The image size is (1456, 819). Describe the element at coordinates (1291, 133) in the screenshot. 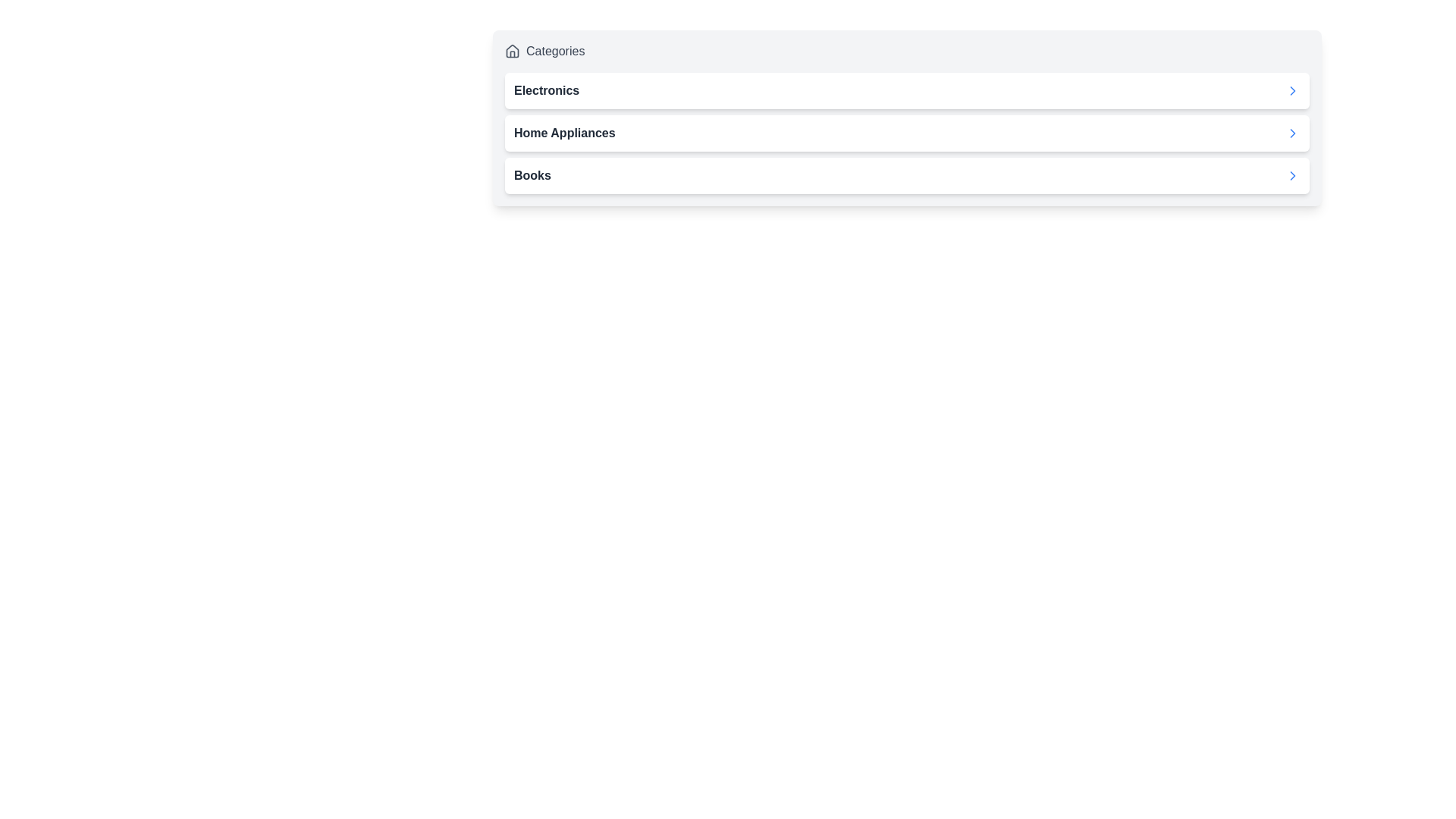

I see `the chevron icon in the third row of the selectable list on the far-right edge` at that location.